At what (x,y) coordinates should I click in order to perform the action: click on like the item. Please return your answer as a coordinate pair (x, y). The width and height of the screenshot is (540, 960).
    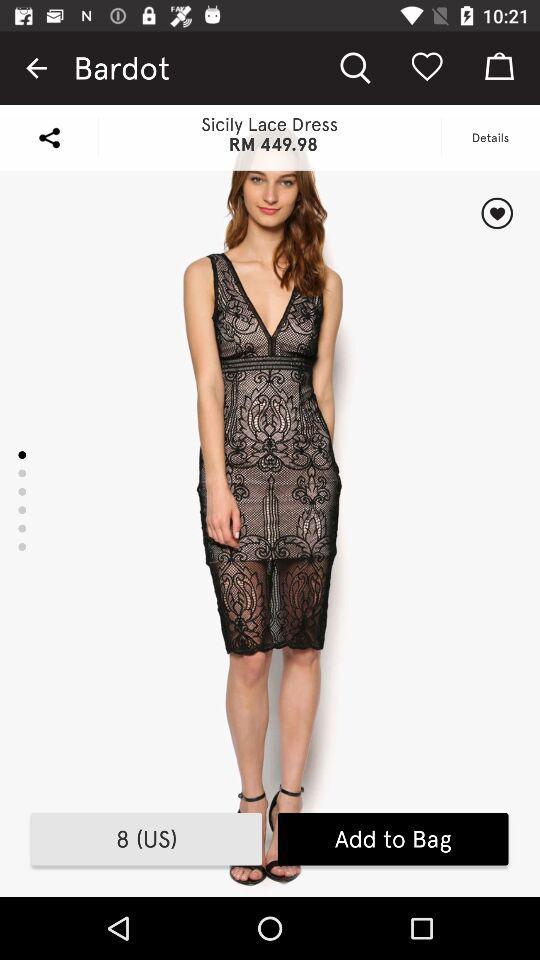
    Looking at the image, I should click on (496, 213).